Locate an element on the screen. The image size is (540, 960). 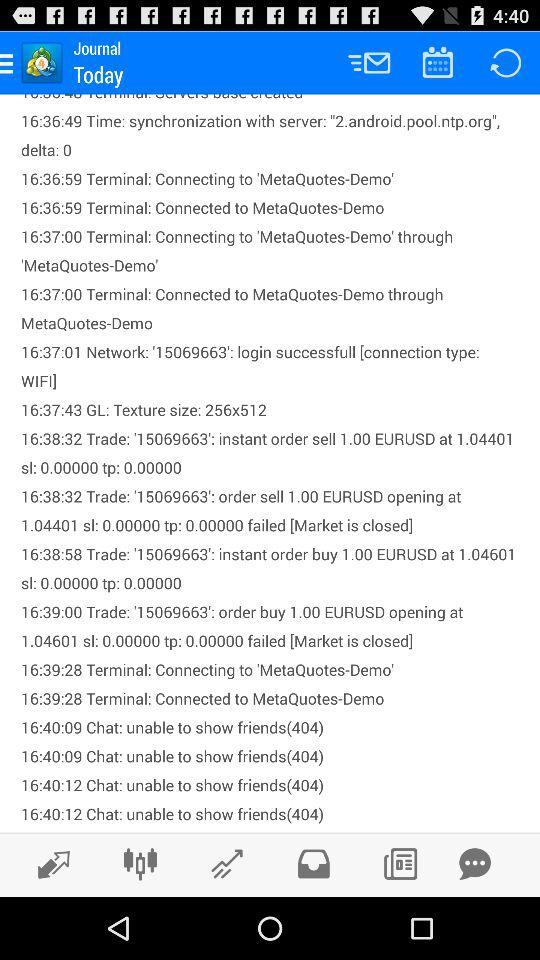
the chat icon is located at coordinates (474, 924).